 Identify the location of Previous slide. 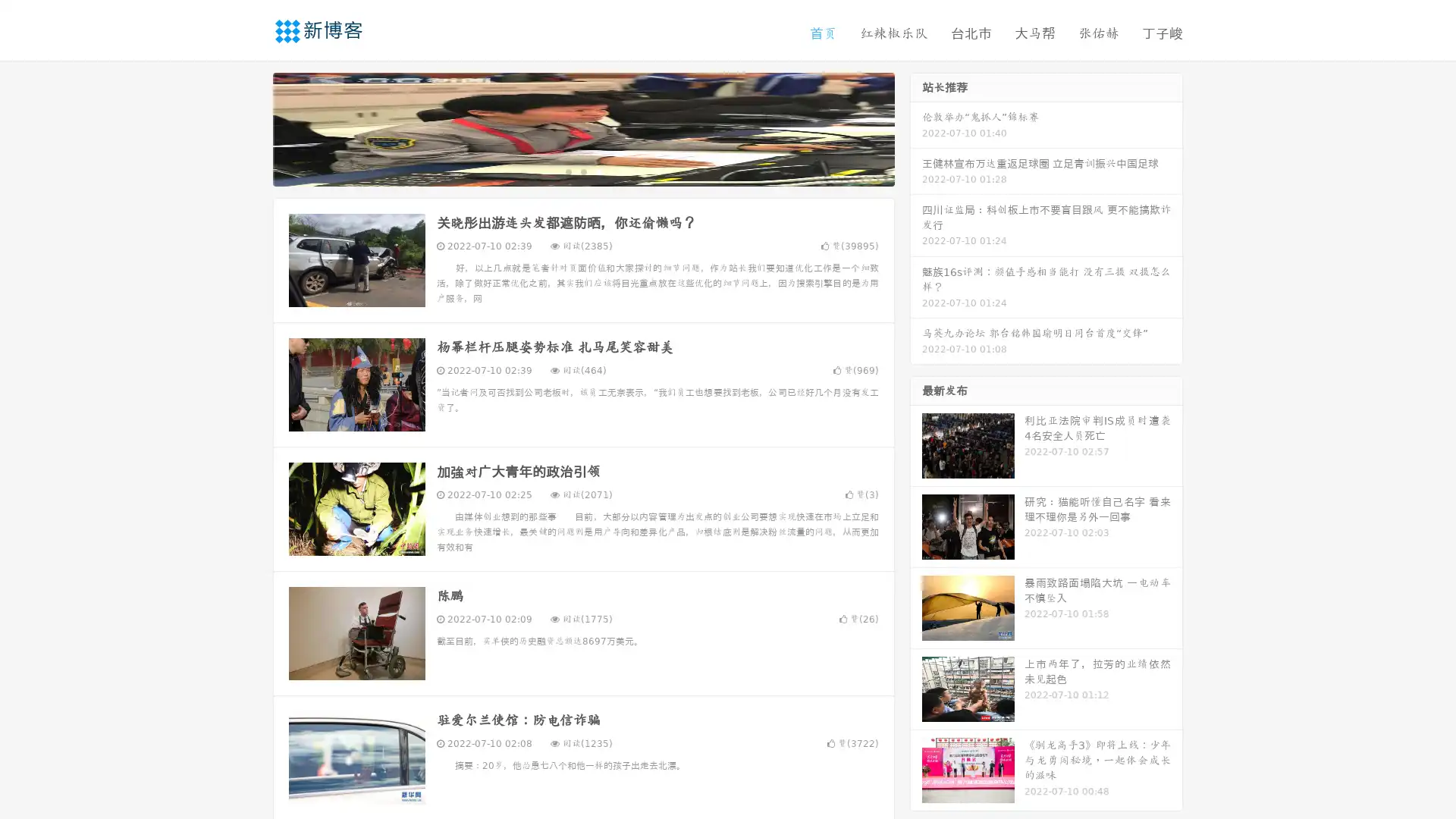
(250, 127).